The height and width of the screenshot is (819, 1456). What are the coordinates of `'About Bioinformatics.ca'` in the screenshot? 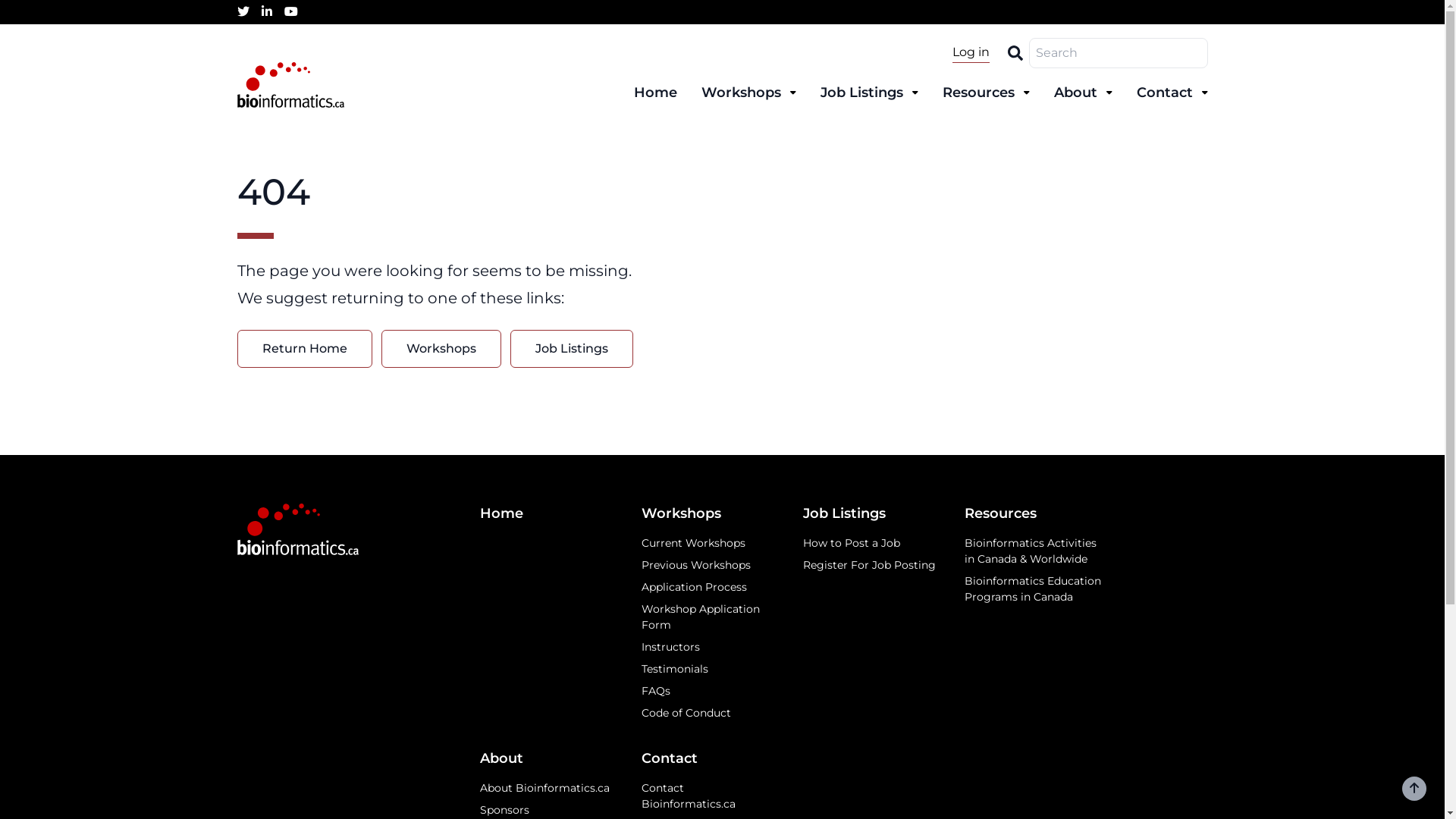 It's located at (548, 787).